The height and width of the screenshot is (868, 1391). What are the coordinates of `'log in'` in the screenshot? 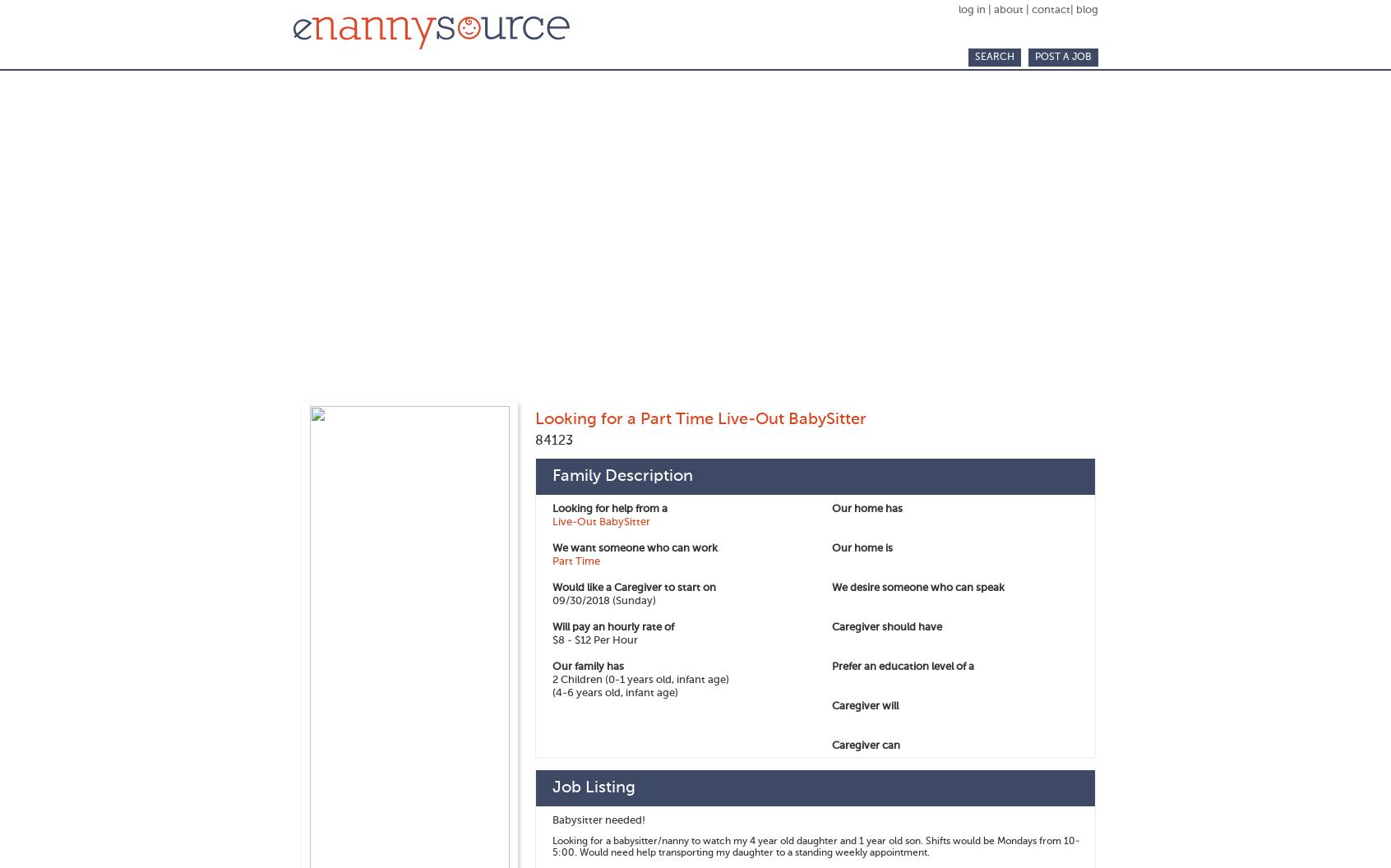 It's located at (973, 10).